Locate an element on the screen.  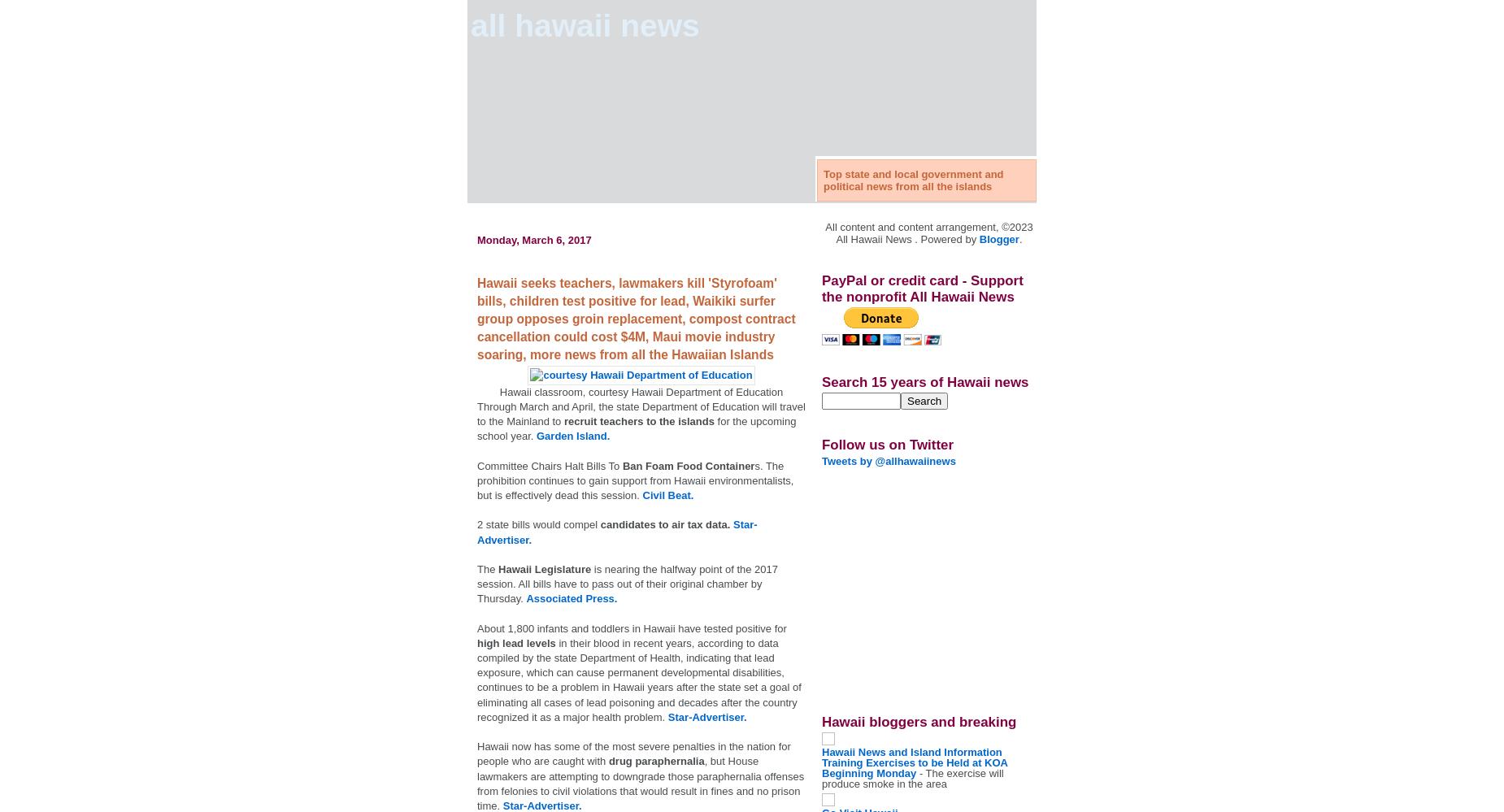
'Committee Chairs Halt Bills To' is located at coordinates (548, 465).